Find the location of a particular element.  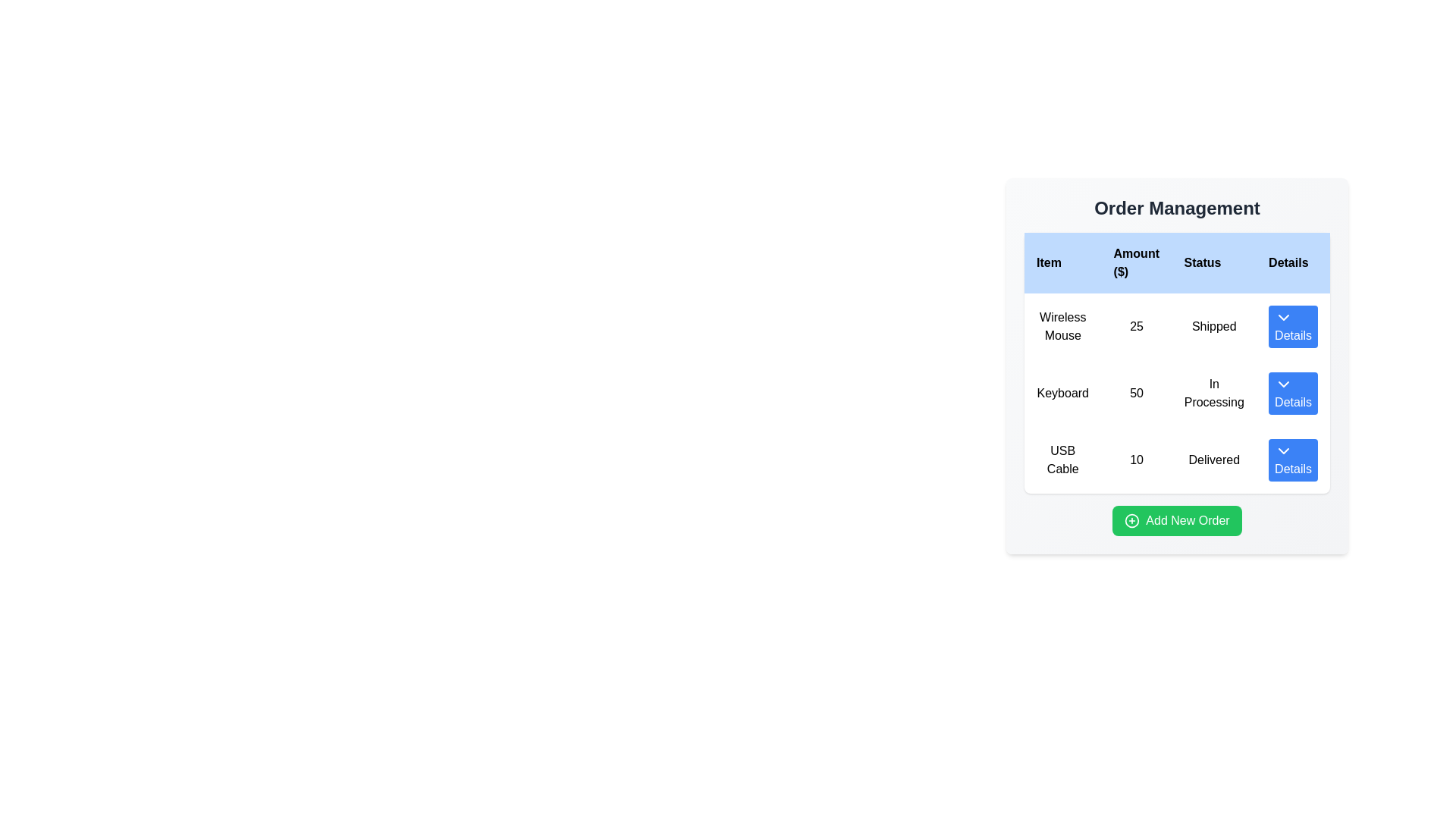

the static text label indicating the shipping status of the 'Wireless Mouse', located in the third column of the first row under the 'Status' header is located at coordinates (1214, 326).